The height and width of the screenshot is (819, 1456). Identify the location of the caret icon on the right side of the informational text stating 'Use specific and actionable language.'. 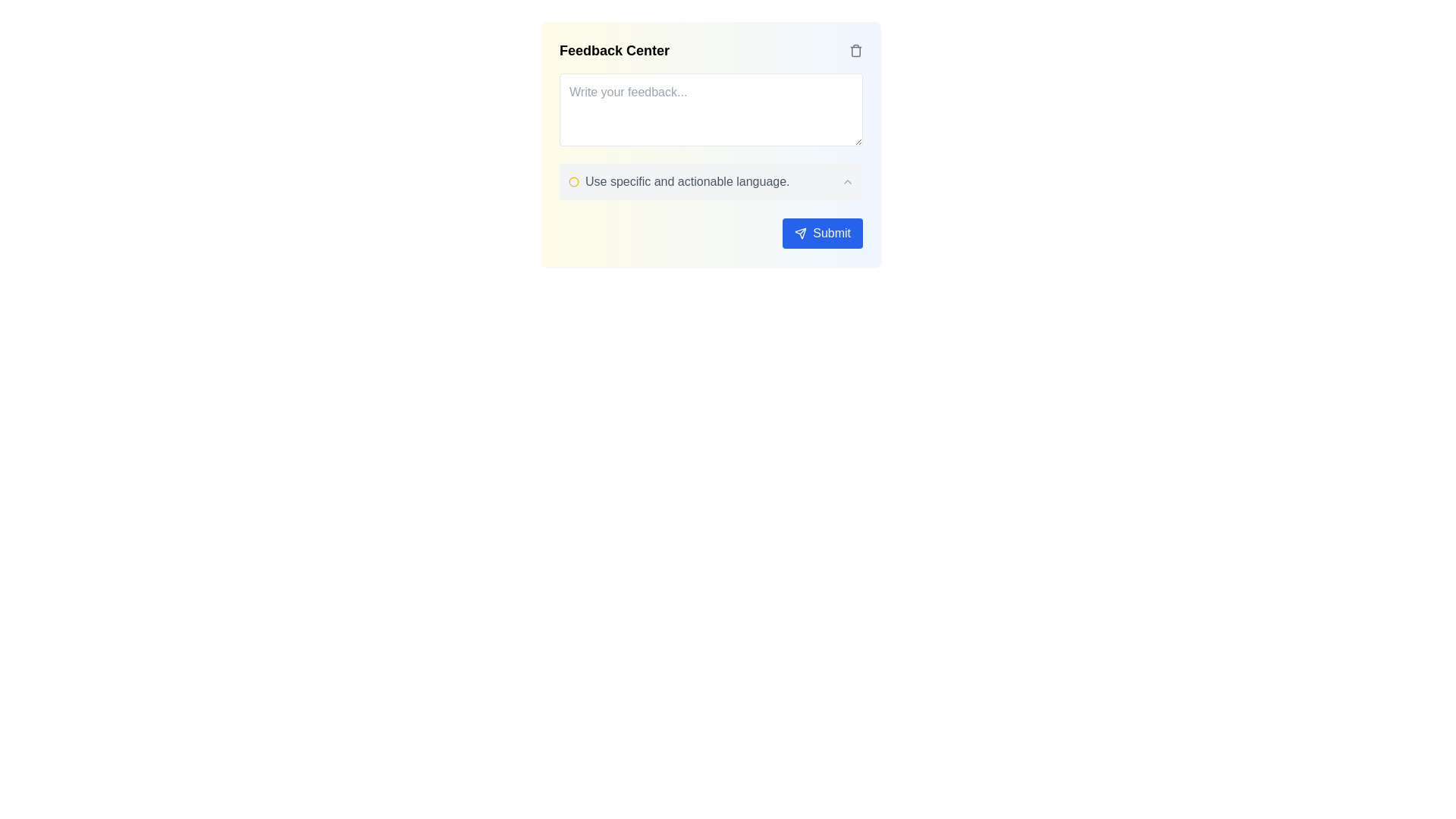
(710, 180).